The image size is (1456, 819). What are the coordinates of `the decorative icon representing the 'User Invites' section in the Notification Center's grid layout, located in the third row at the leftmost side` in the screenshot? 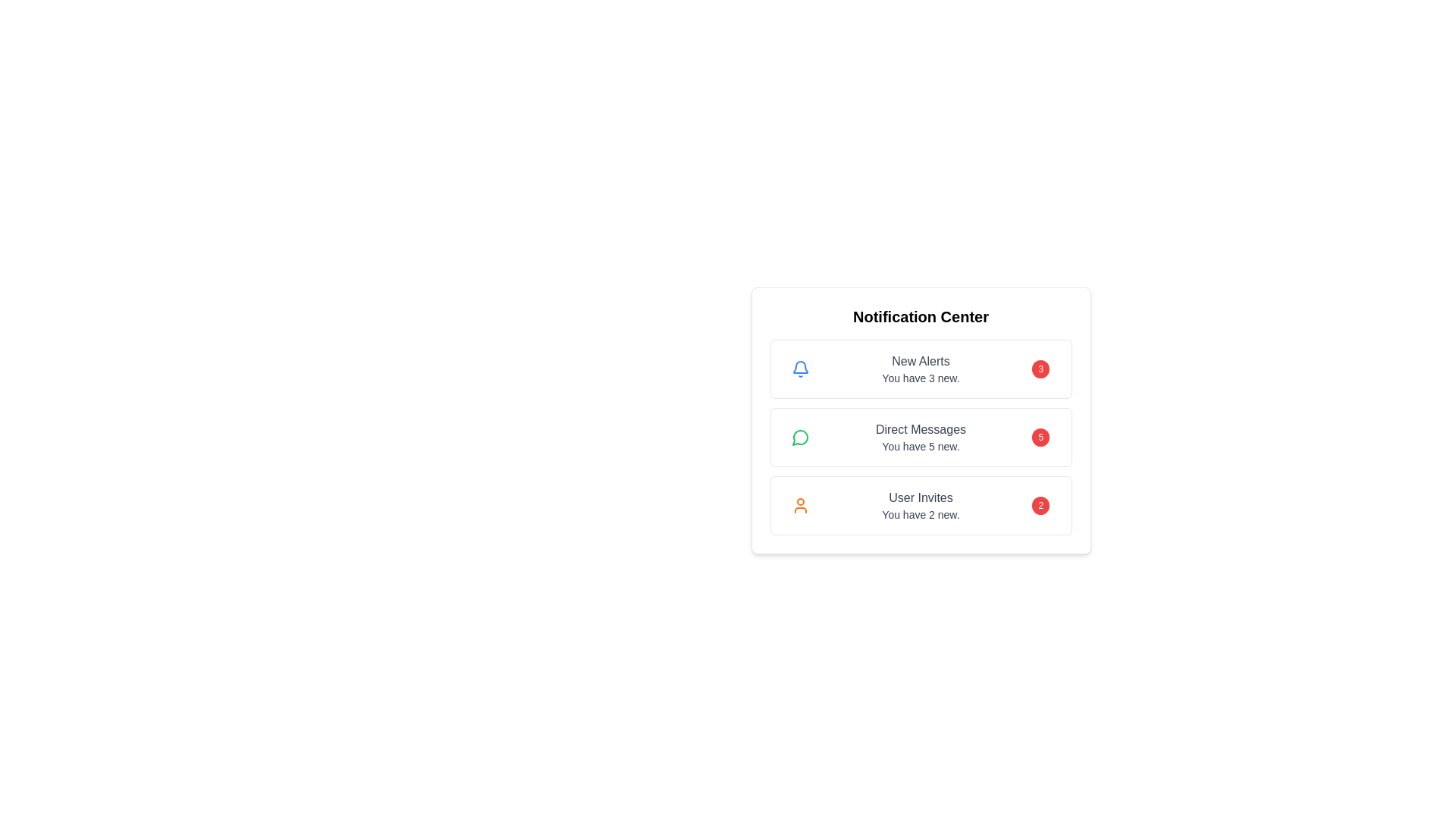 It's located at (800, 506).